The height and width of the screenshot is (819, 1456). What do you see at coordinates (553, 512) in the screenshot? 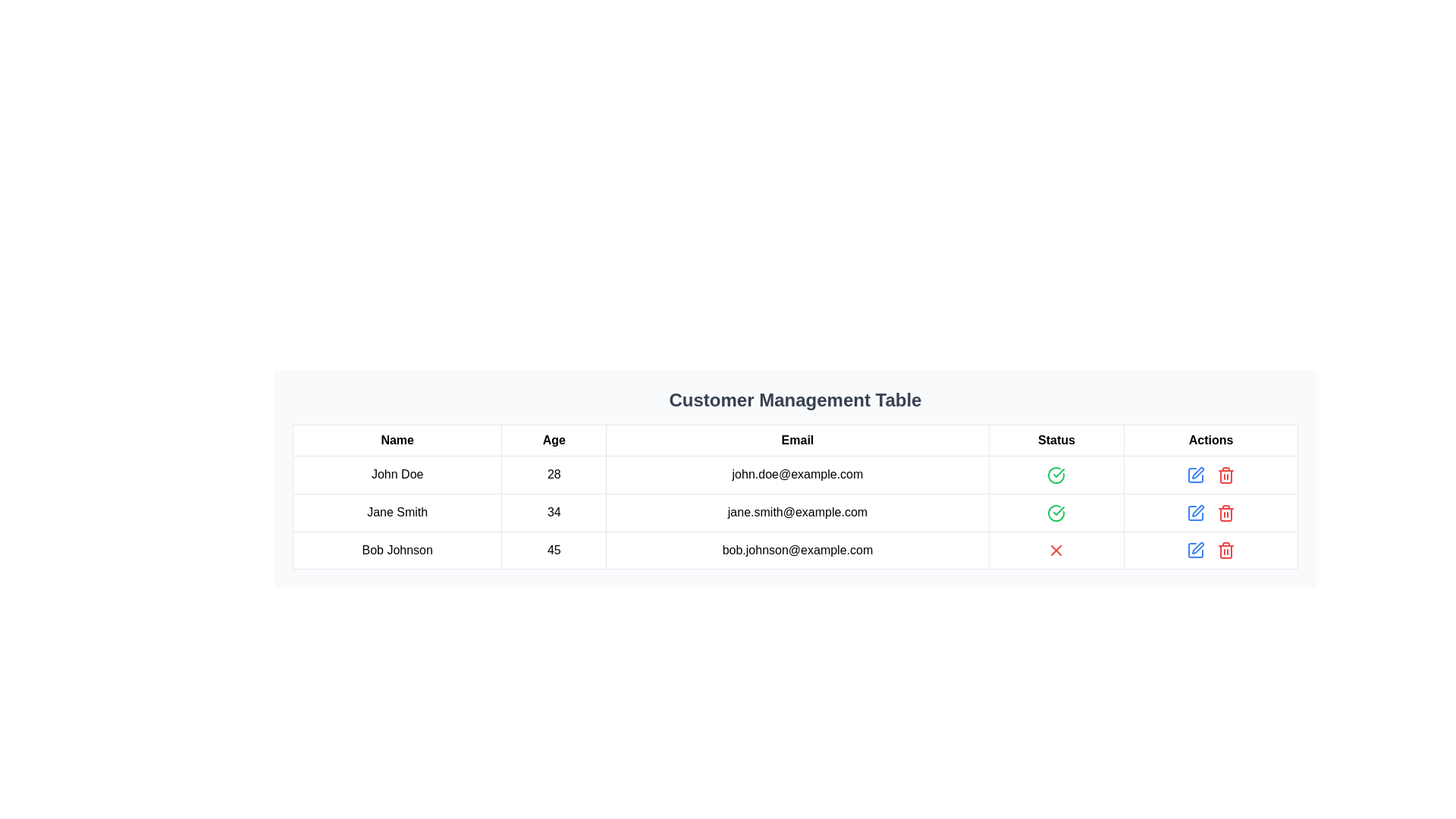
I see `the Text cell displaying the age of the user 'Jane Smith' in the second column of the second row of the table` at bounding box center [553, 512].